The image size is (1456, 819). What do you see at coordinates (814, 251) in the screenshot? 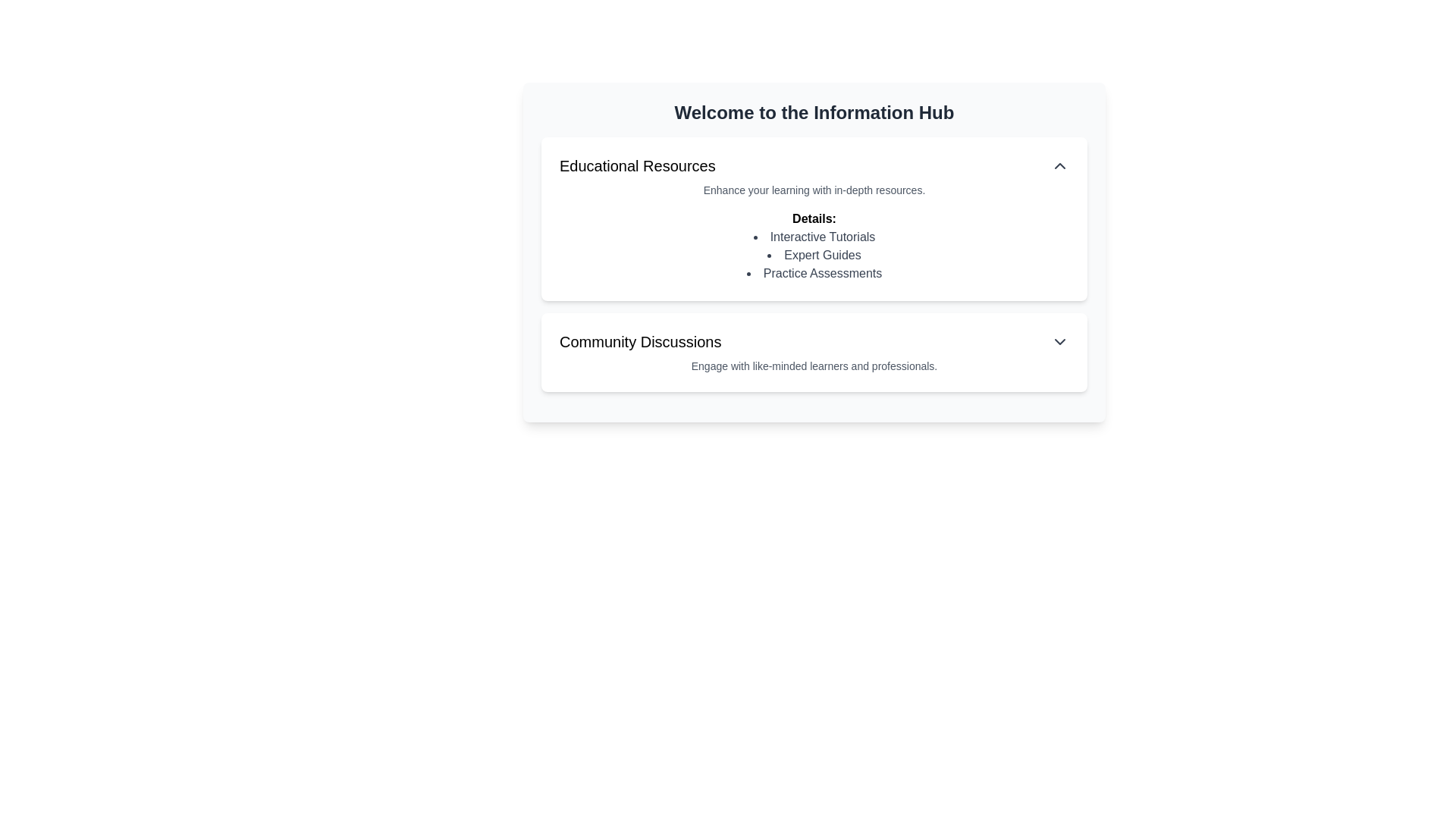
I see `the central composite UI component that organizes multiple sections related to information and learning resources` at bounding box center [814, 251].